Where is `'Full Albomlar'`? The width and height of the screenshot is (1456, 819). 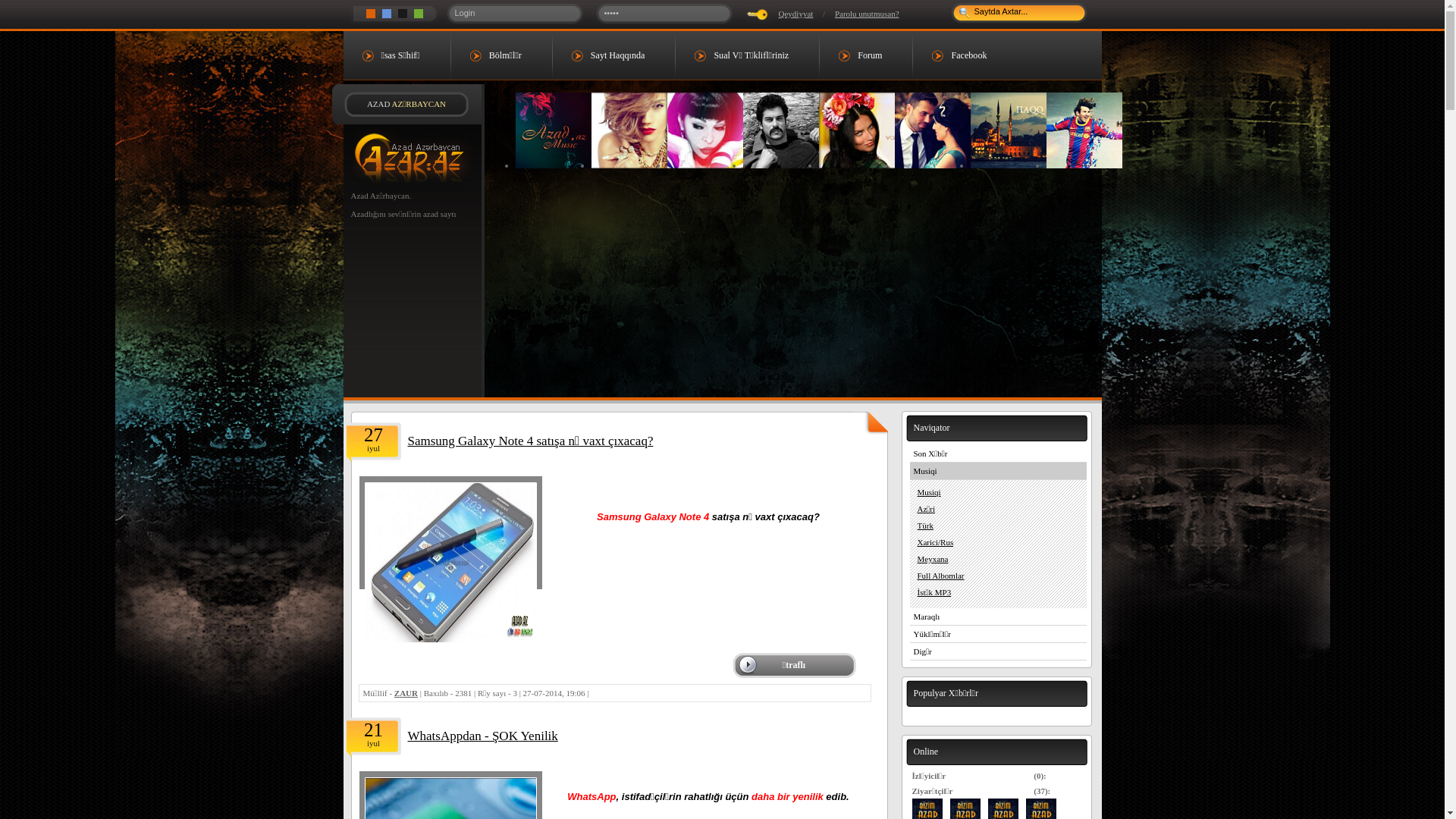 'Full Albomlar' is located at coordinates (912, 576).